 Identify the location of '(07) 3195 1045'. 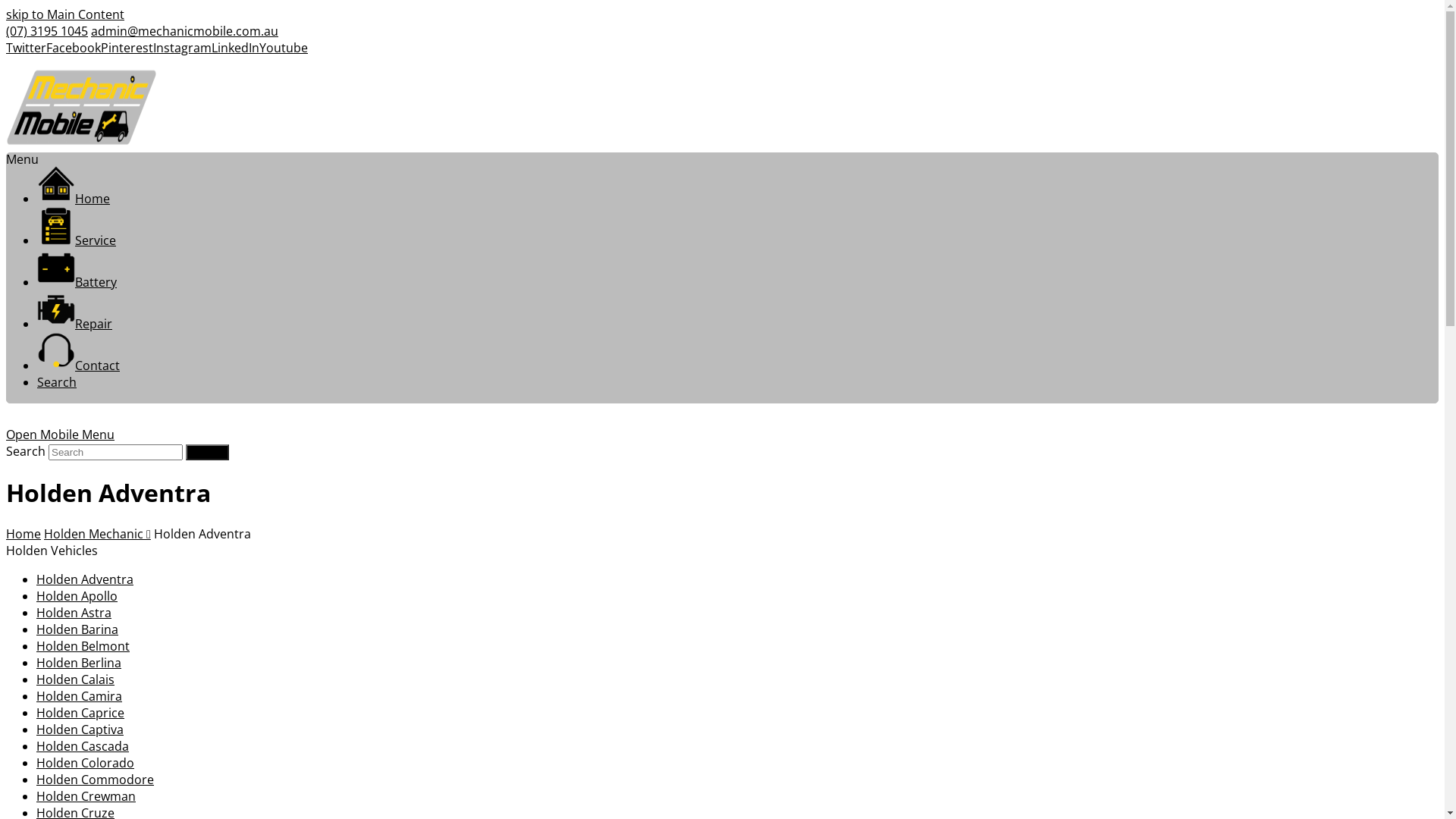
(47, 31).